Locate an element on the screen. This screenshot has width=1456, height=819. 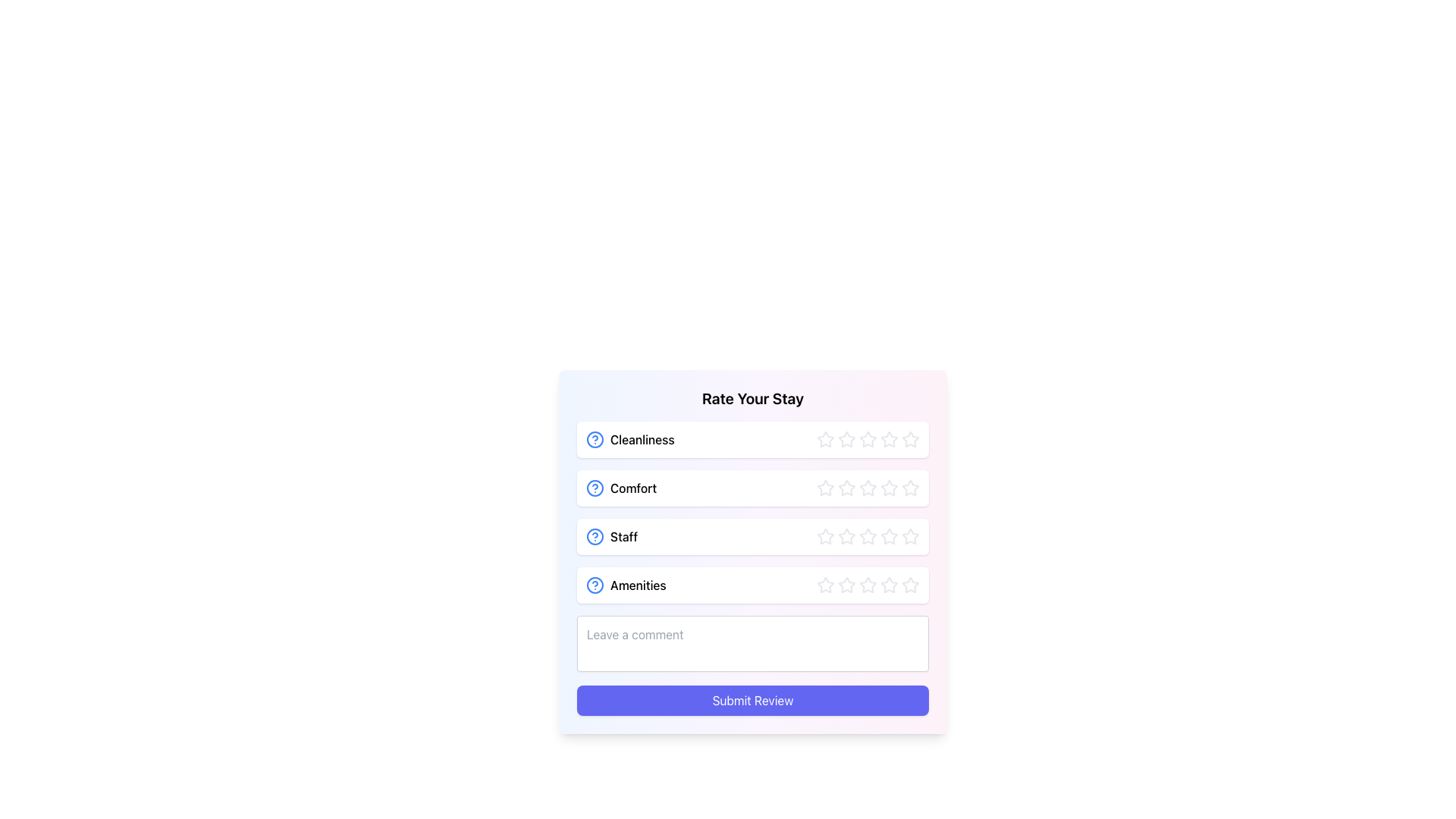
the SVG Circle icon component located next to the 'Cleanliness' label in the interface is located at coordinates (595, 439).